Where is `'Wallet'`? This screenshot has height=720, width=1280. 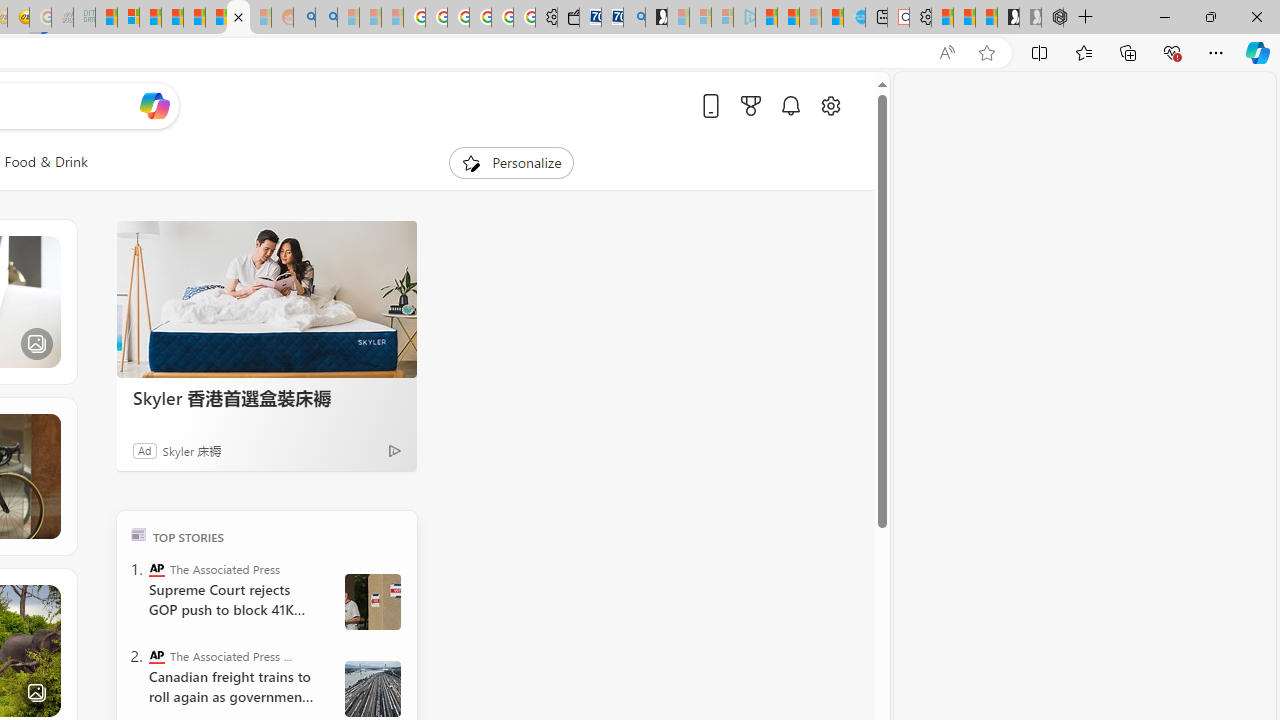 'Wallet' is located at coordinates (567, 17).